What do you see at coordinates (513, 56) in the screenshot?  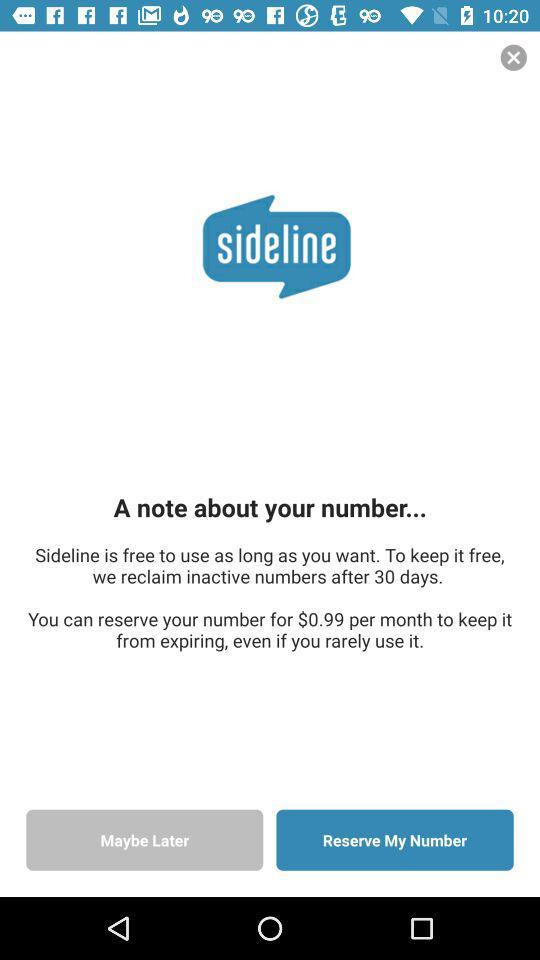 I see `the close icon` at bounding box center [513, 56].